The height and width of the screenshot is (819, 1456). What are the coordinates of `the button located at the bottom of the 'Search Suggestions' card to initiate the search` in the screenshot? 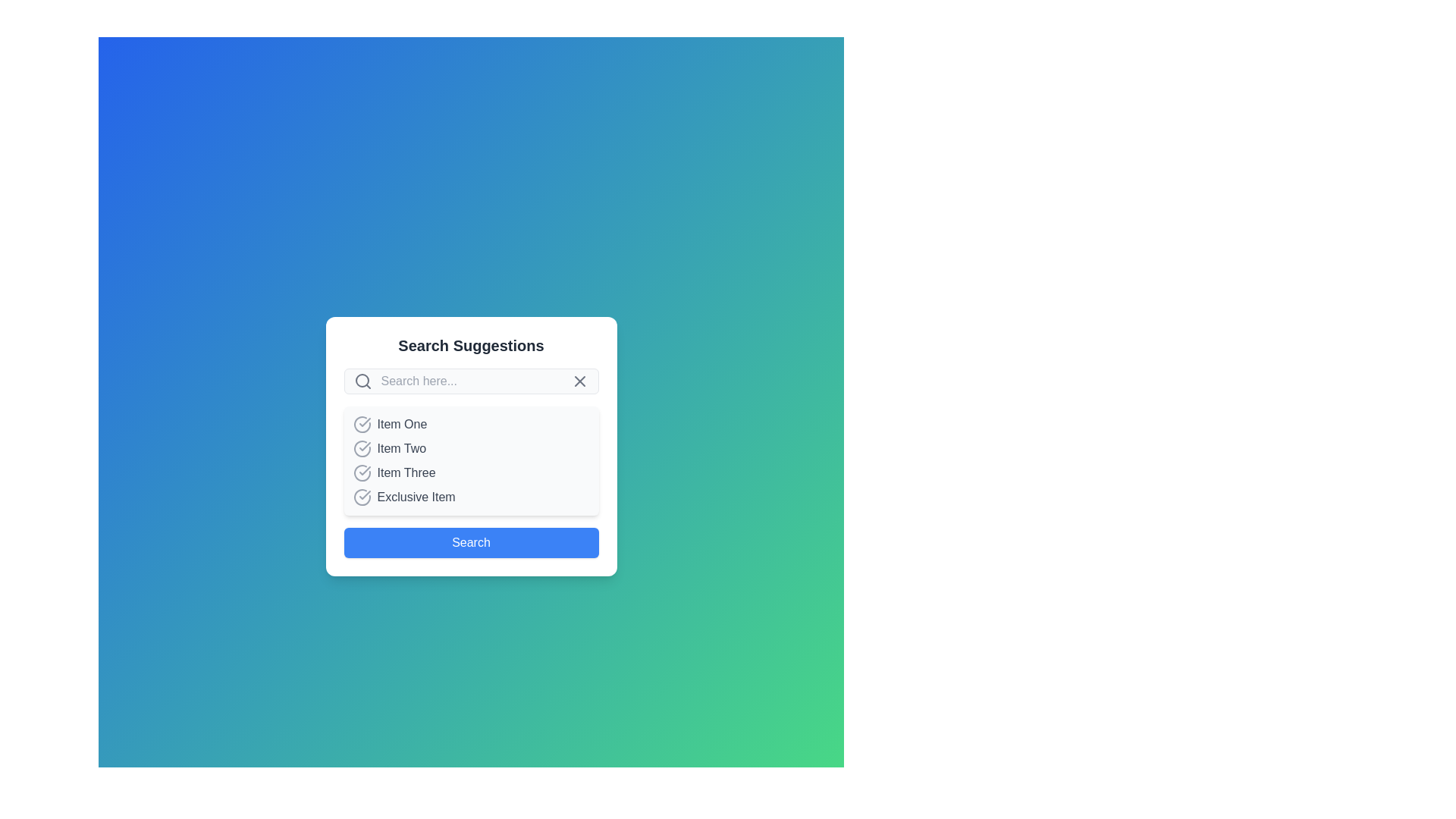 It's located at (470, 542).